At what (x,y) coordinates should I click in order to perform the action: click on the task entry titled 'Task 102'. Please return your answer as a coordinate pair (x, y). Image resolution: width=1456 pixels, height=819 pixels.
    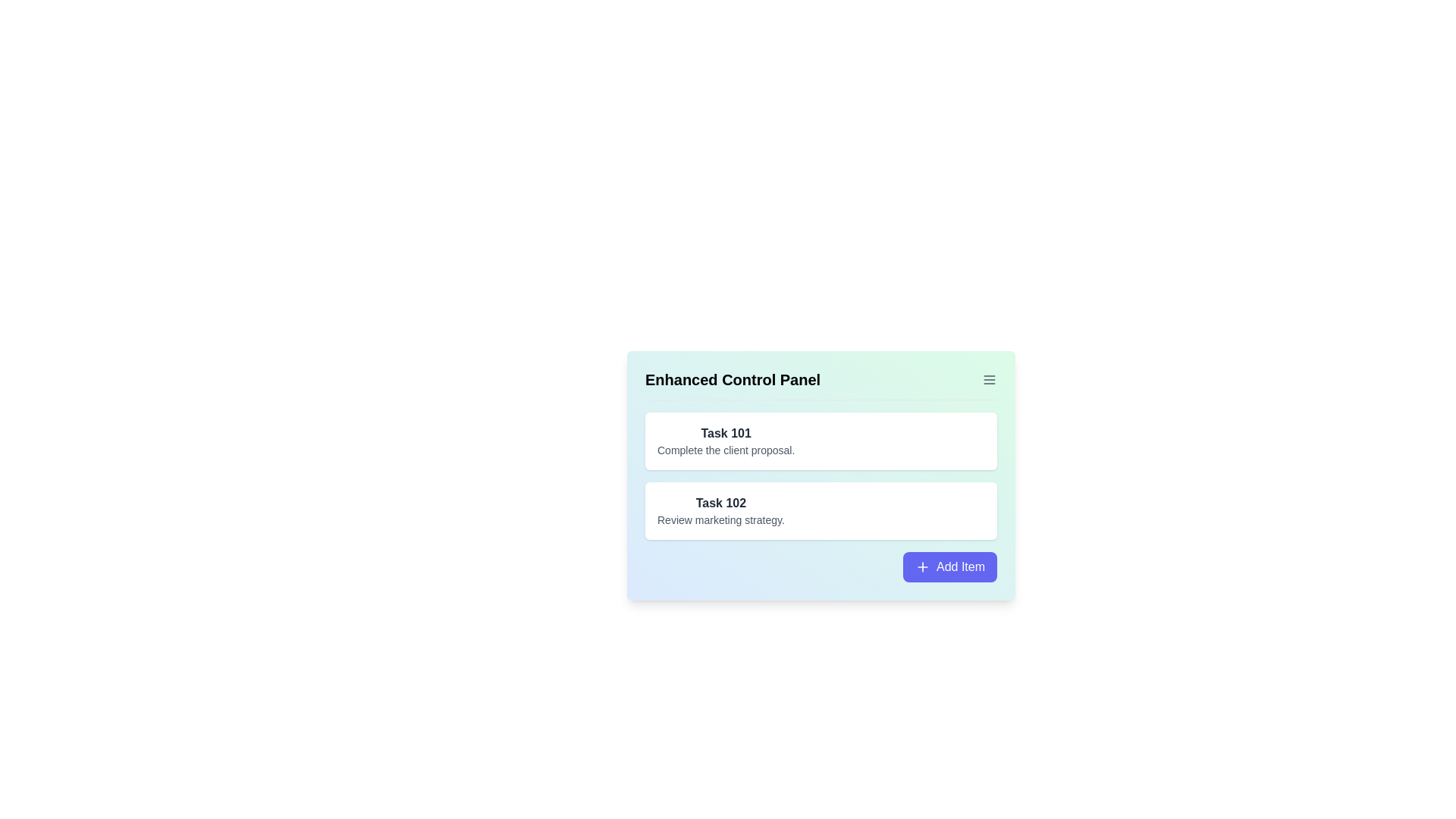
    Looking at the image, I should click on (720, 511).